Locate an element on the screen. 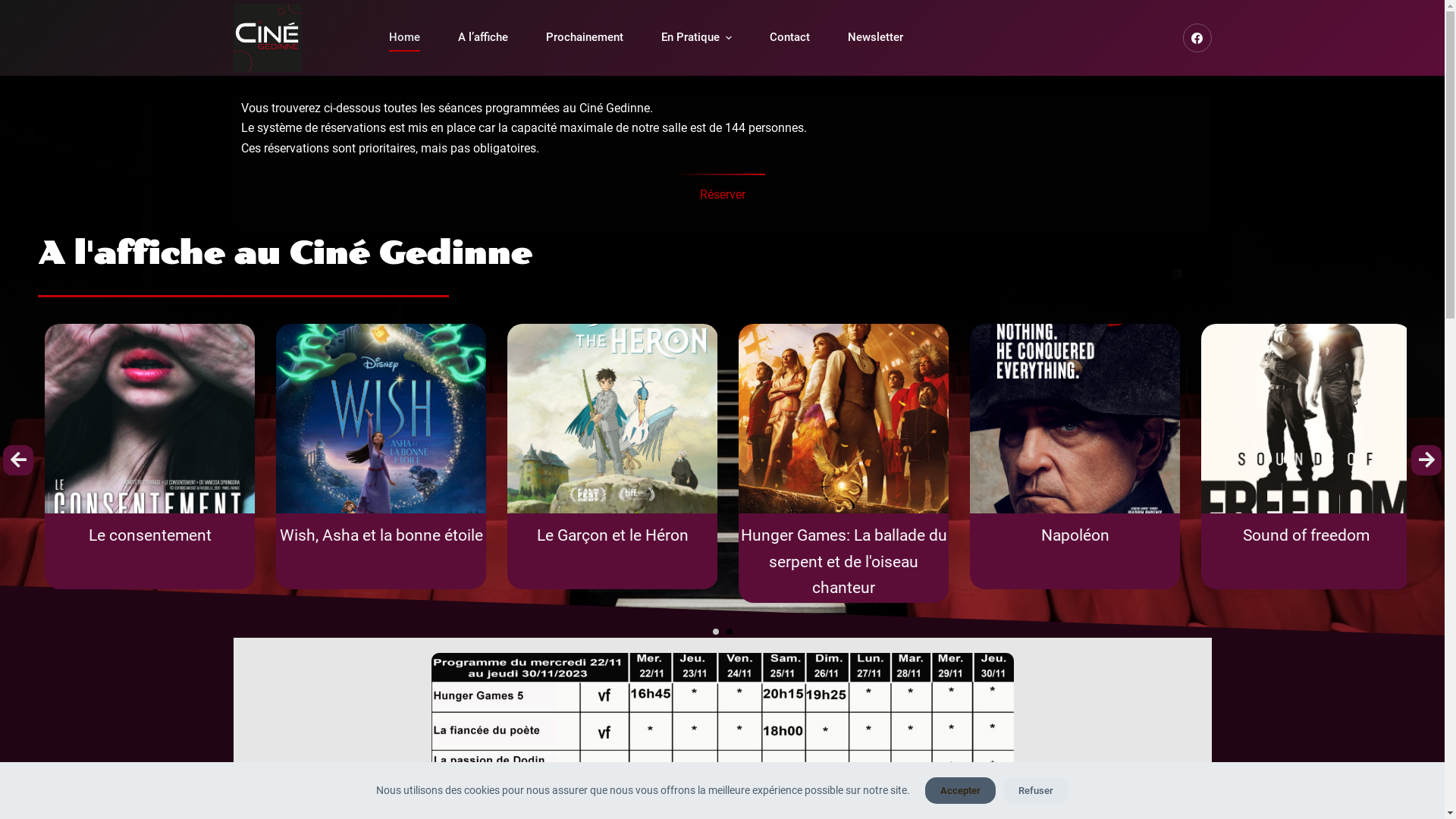 The image size is (1456, 819). 'Contact' is located at coordinates (750, 36).